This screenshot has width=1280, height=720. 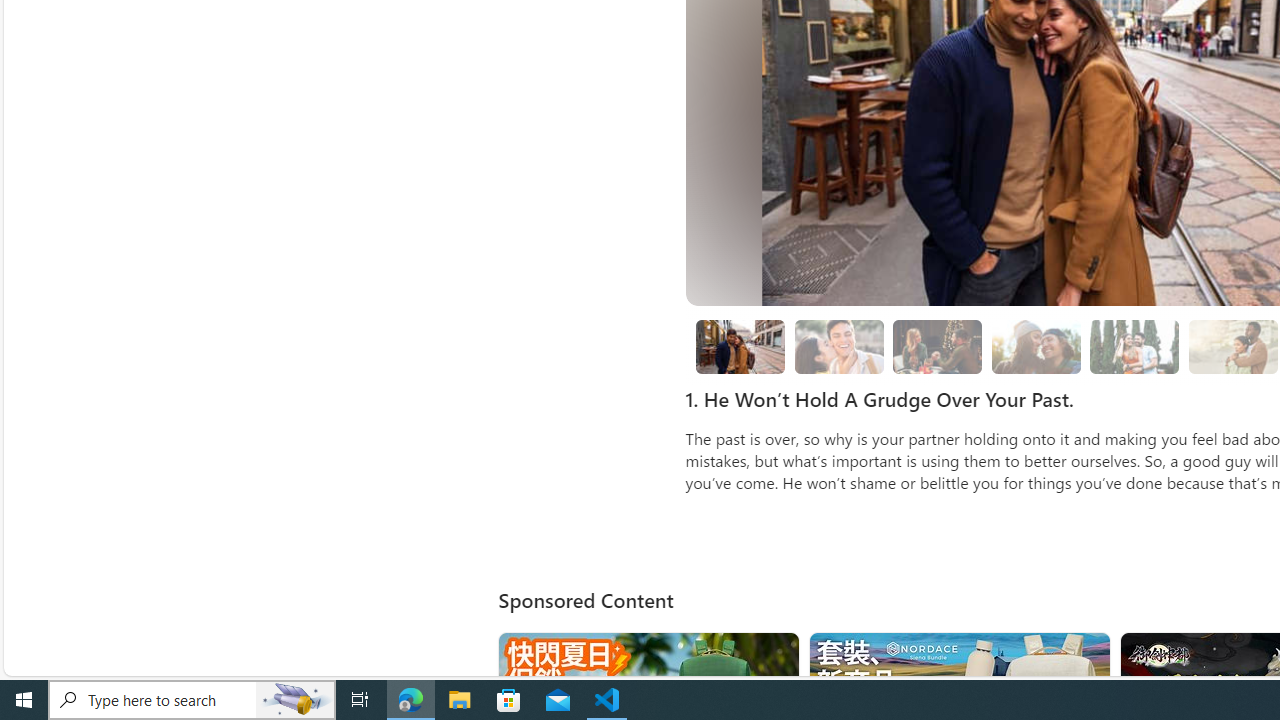 What do you see at coordinates (1231, 345) in the screenshot?
I see `'boyfriend holding girlfriend close sunshine'` at bounding box center [1231, 345].